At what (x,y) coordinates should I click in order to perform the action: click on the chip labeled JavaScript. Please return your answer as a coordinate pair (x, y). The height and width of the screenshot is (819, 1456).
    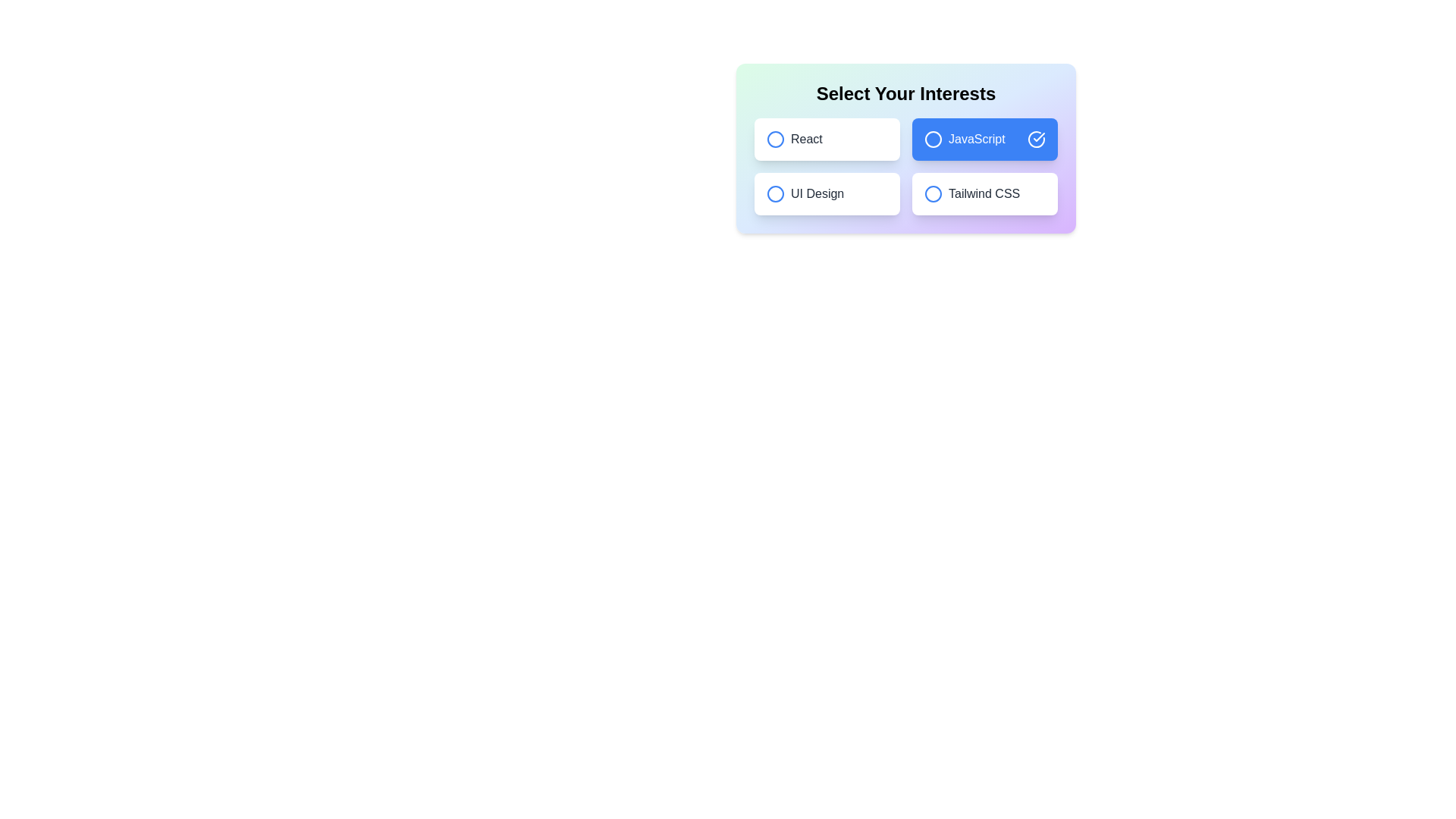
    Looking at the image, I should click on (985, 140).